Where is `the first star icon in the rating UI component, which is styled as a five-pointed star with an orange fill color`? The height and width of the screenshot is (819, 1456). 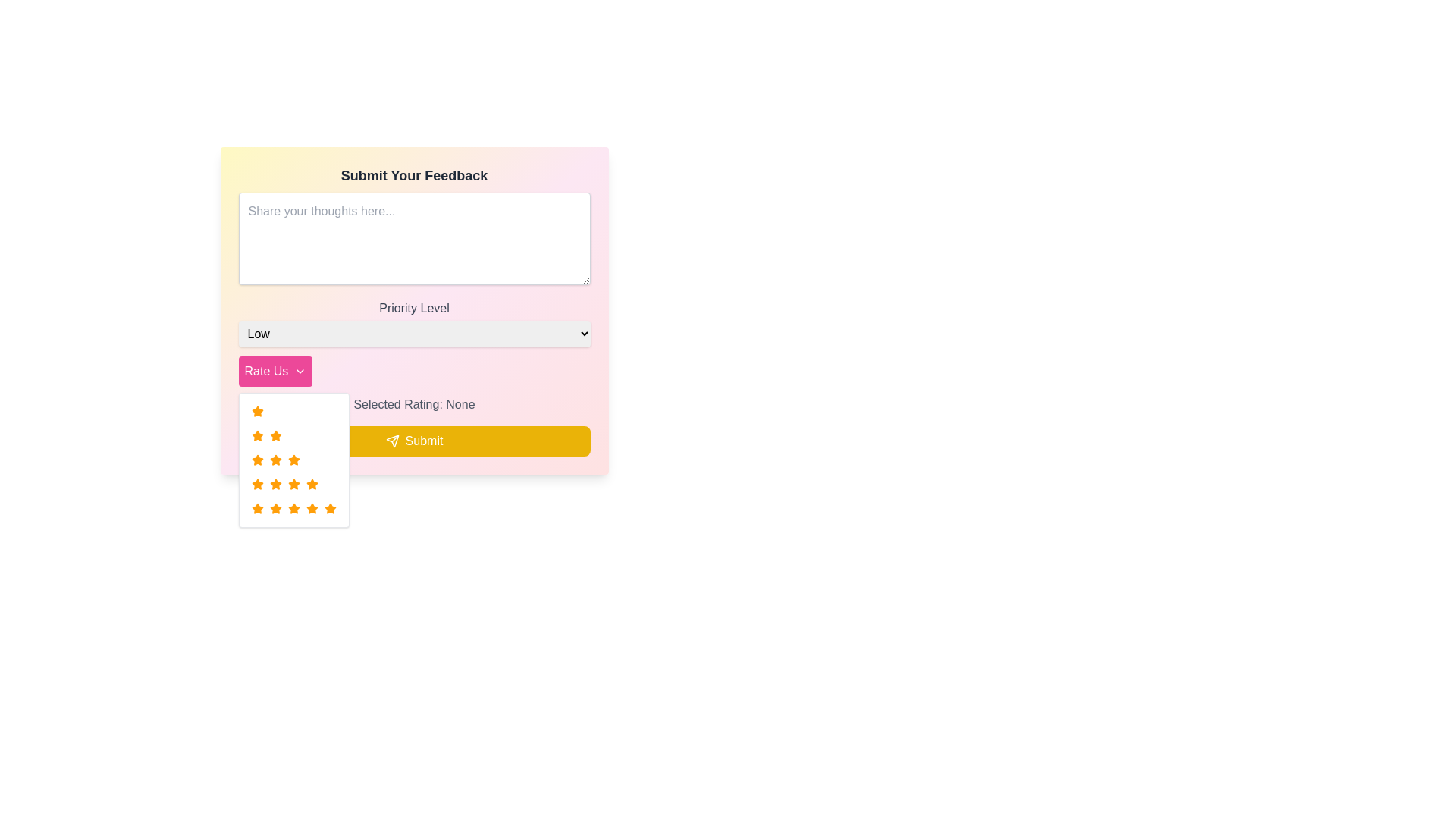 the first star icon in the rating UI component, which is styled as a five-pointed star with an orange fill color is located at coordinates (257, 508).